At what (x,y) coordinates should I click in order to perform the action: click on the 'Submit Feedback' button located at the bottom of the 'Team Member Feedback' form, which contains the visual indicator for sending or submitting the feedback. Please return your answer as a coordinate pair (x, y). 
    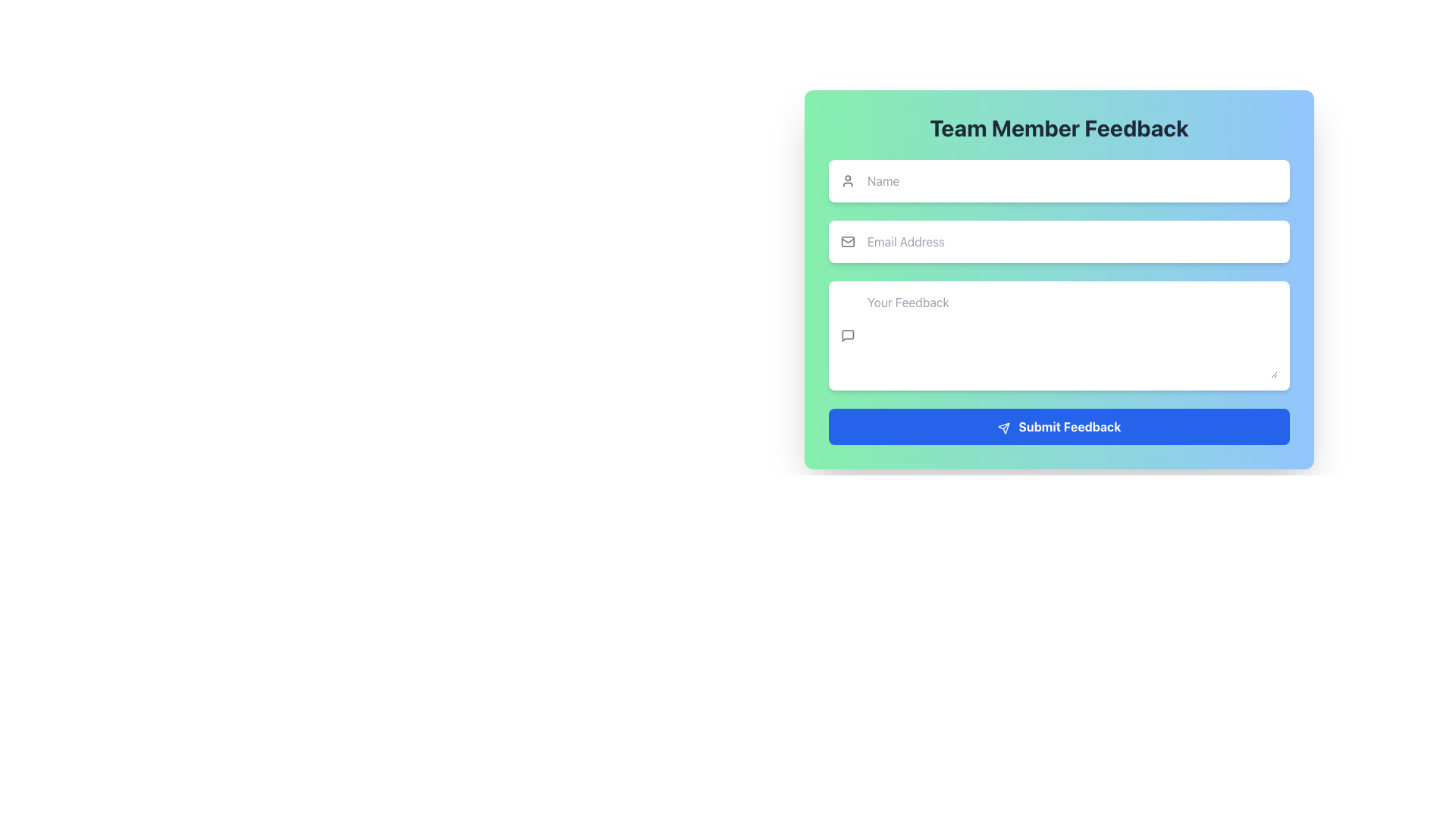
    Looking at the image, I should click on (1003, 428).